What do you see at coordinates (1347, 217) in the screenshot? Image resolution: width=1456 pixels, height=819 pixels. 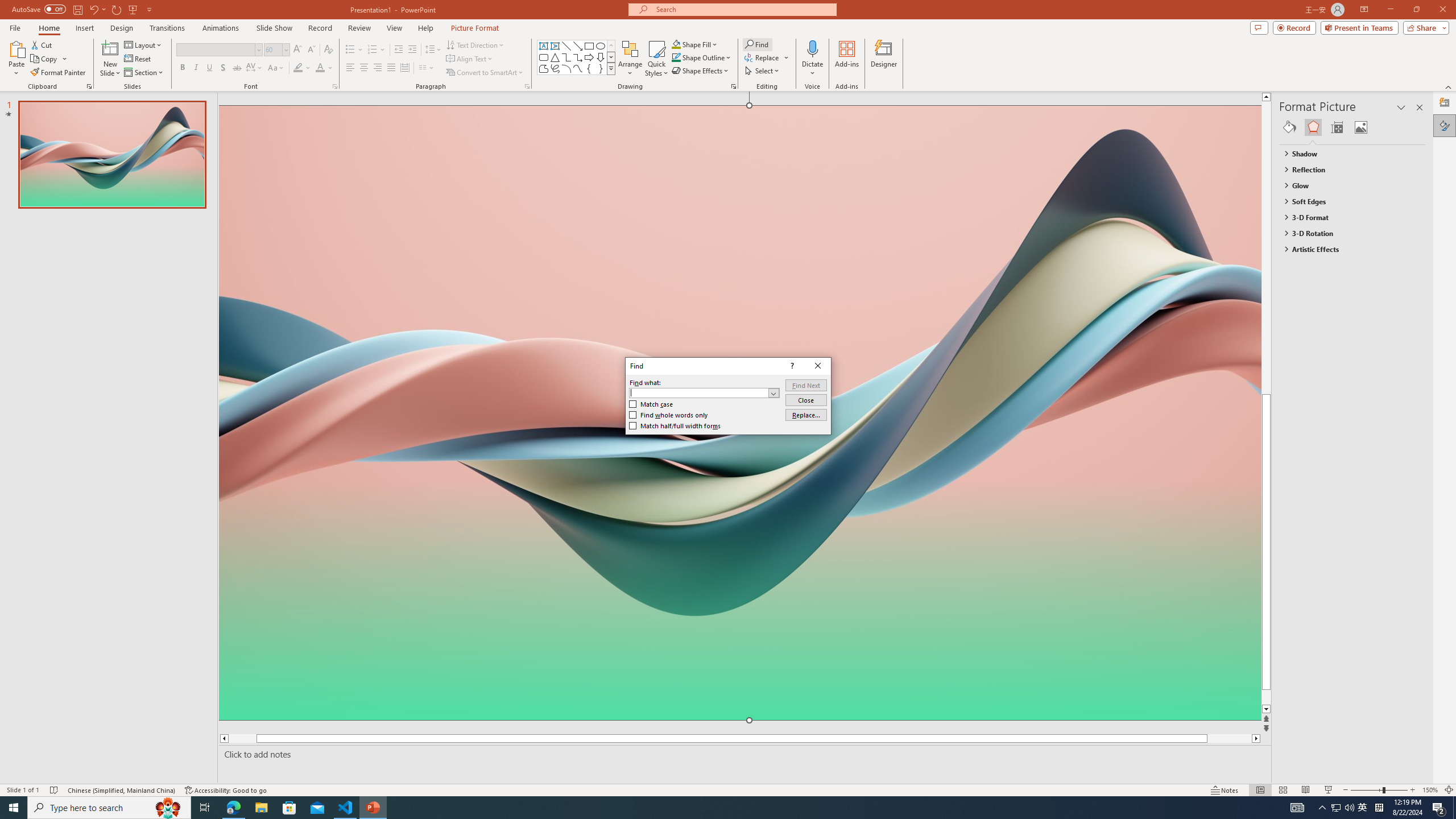 I see `'3-D Format'` at bounding box center [1347, 217].